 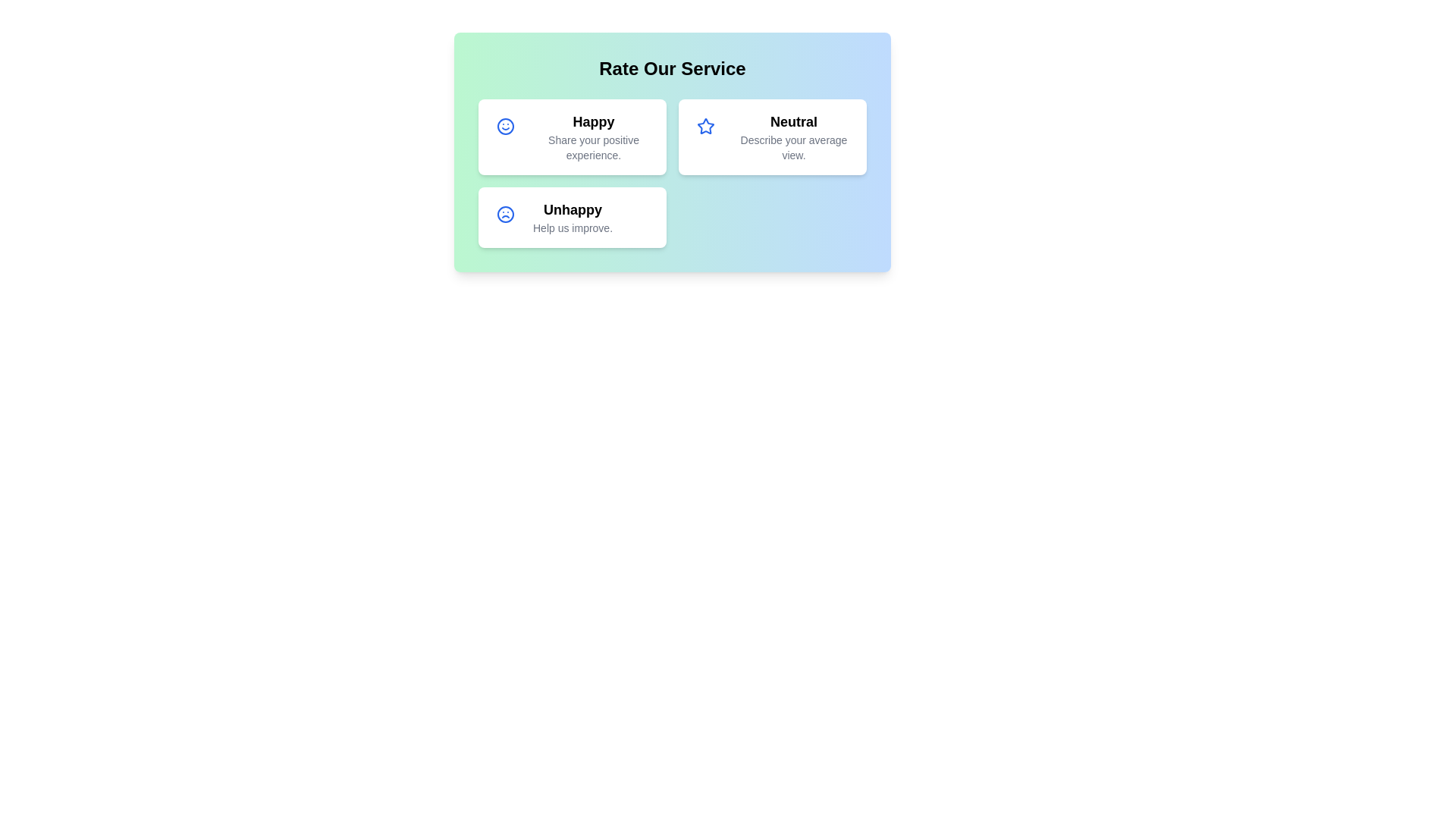 I want to click on the rating card for Unhappy, so click(x=571, y=217).